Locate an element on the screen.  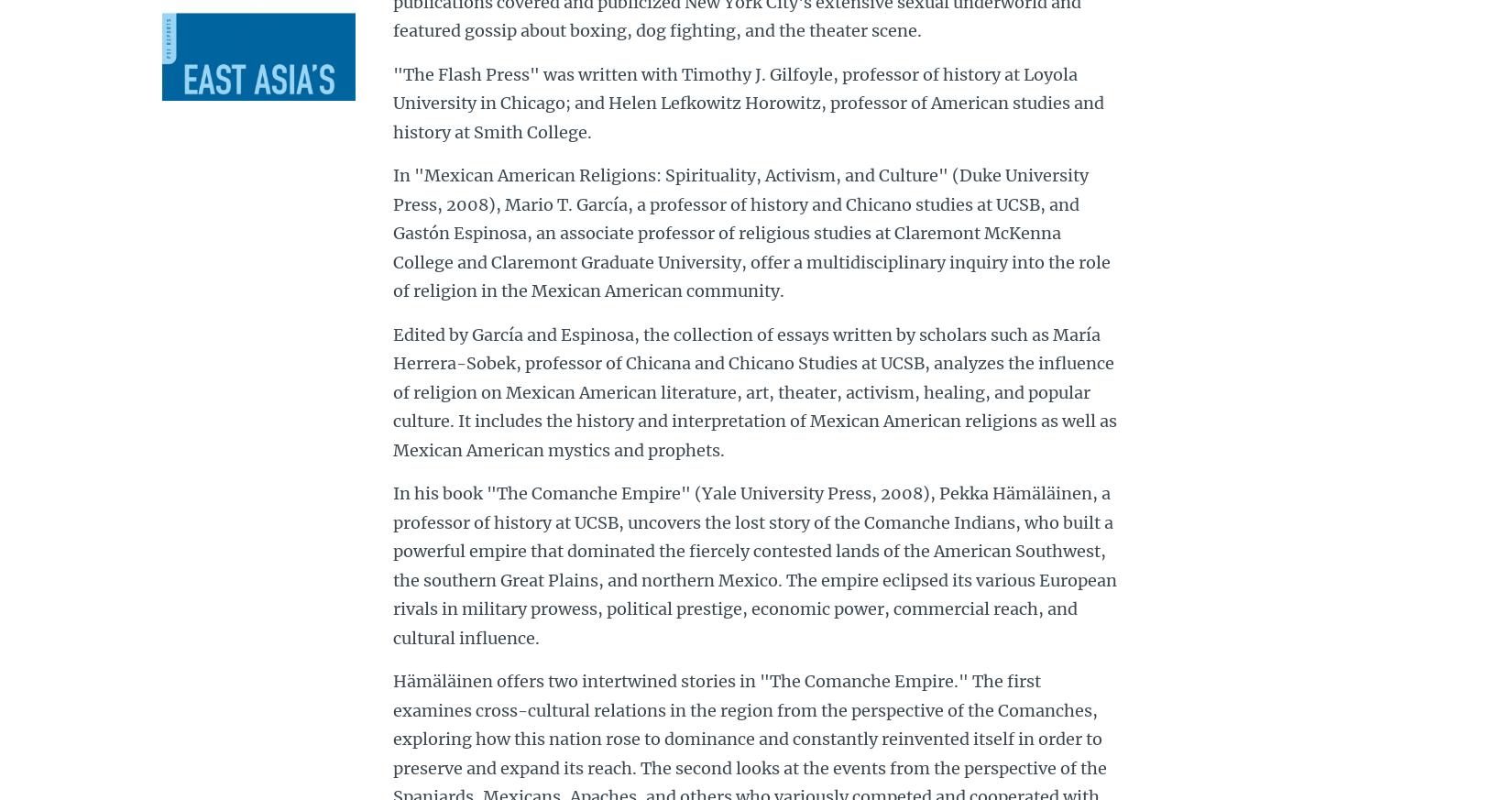
'Celebrating diverse voices, identities and perspectives with dance' is located at coordinates (529, 581).